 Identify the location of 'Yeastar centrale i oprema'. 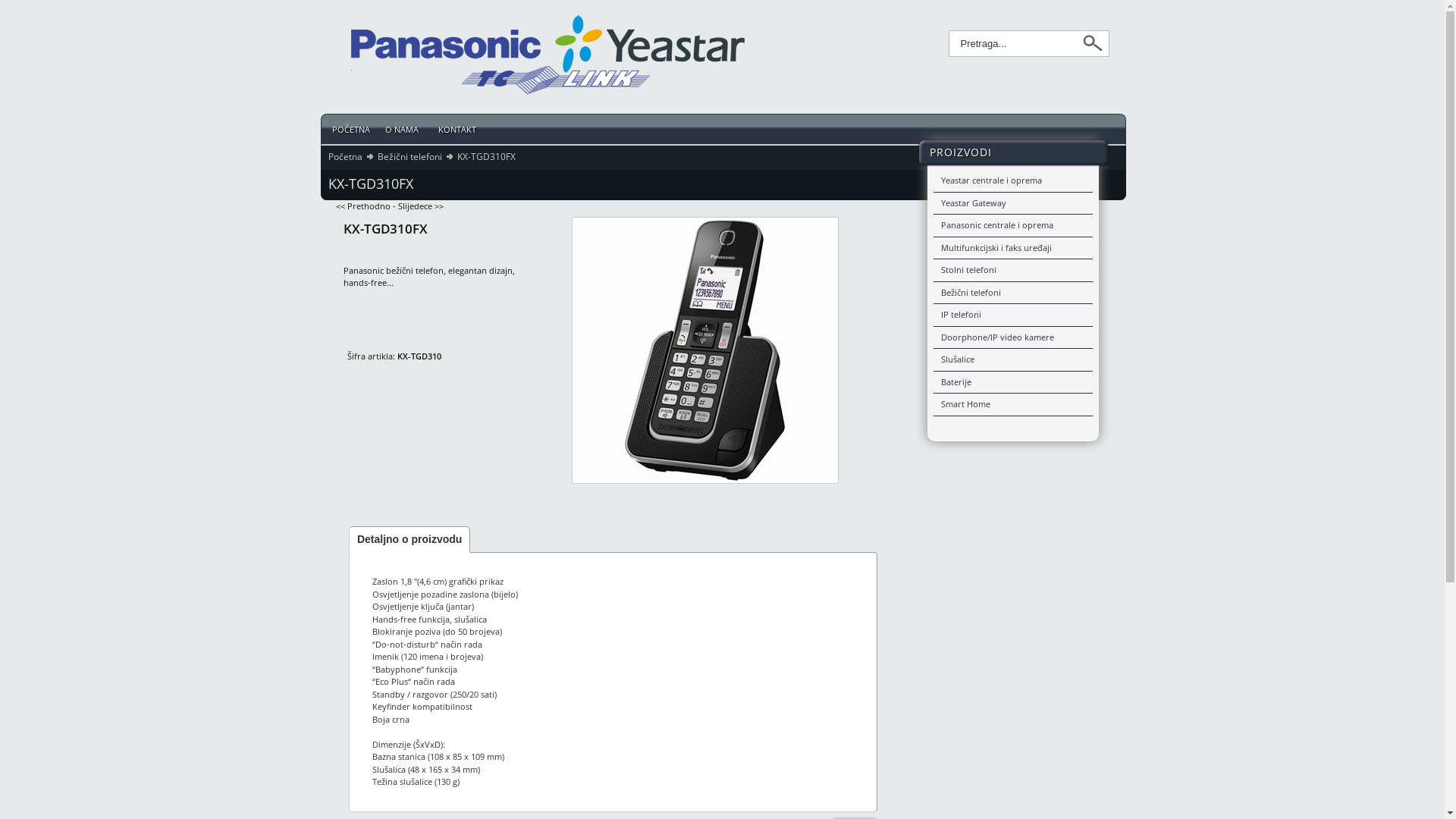
(1012, 180).